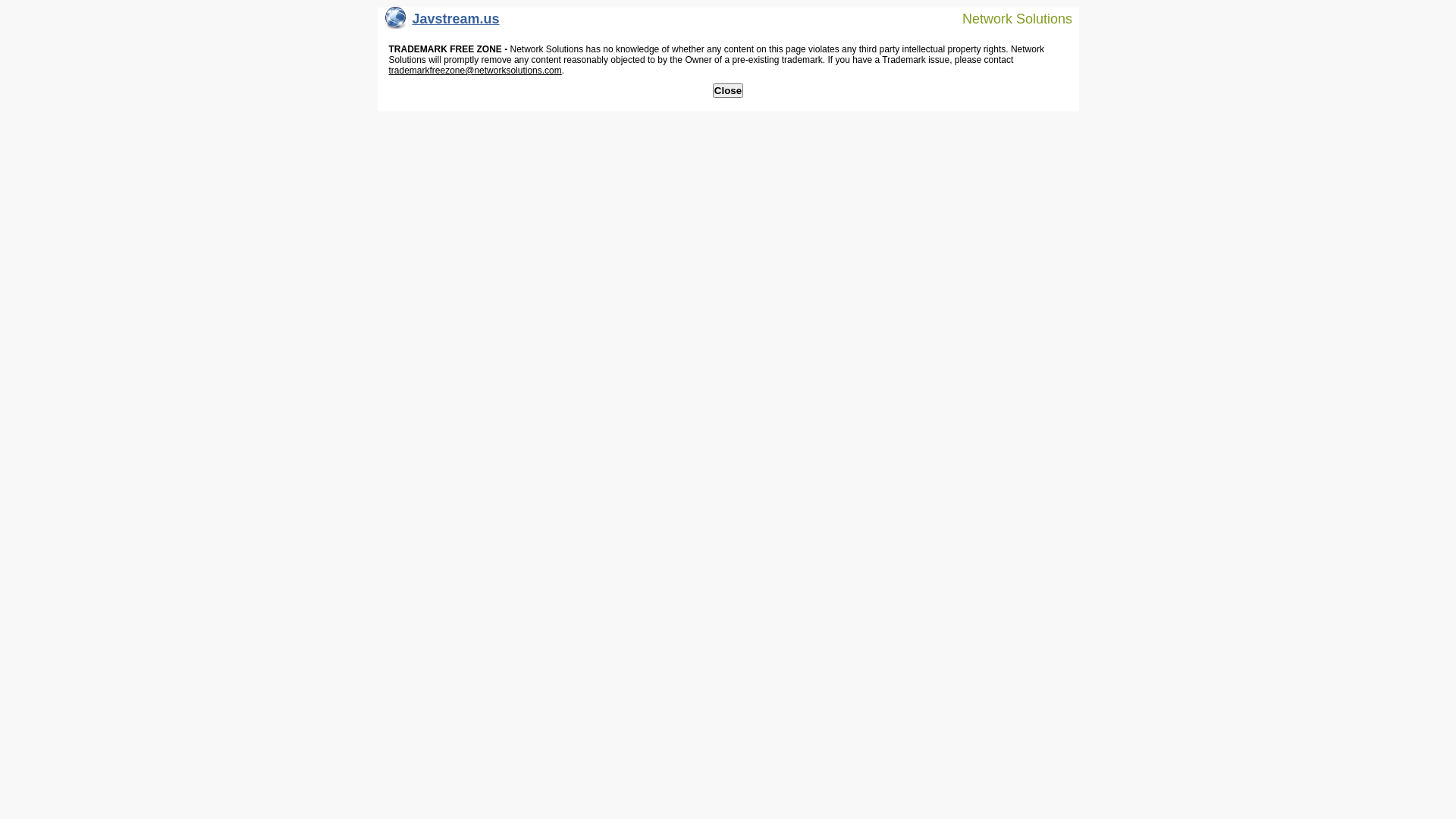 The image size is (1456, 819). I want to click on 'trademarkfreezone@networksolutions.com', so click(473, 70).